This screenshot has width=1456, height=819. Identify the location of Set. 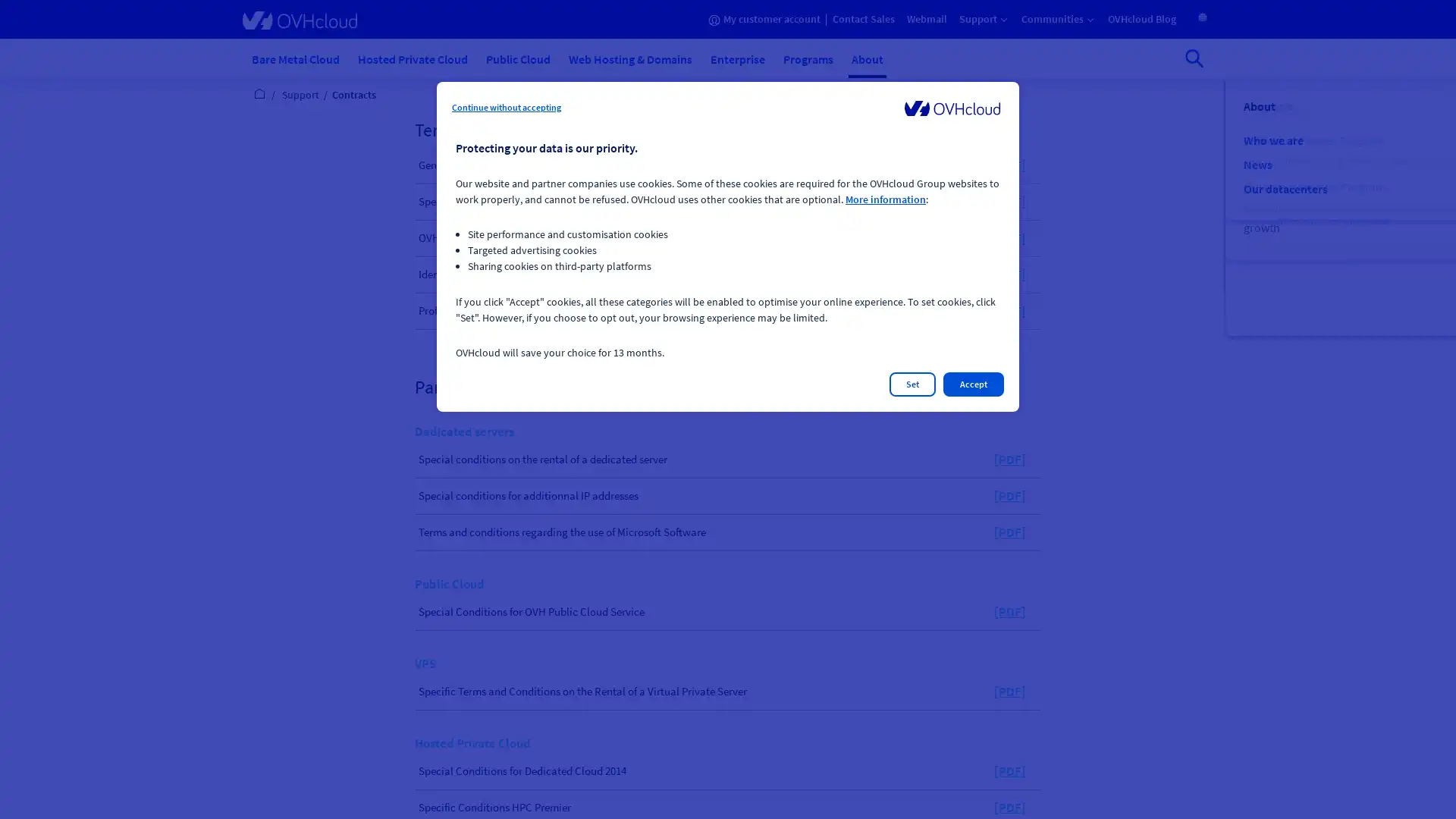
(912, 383).